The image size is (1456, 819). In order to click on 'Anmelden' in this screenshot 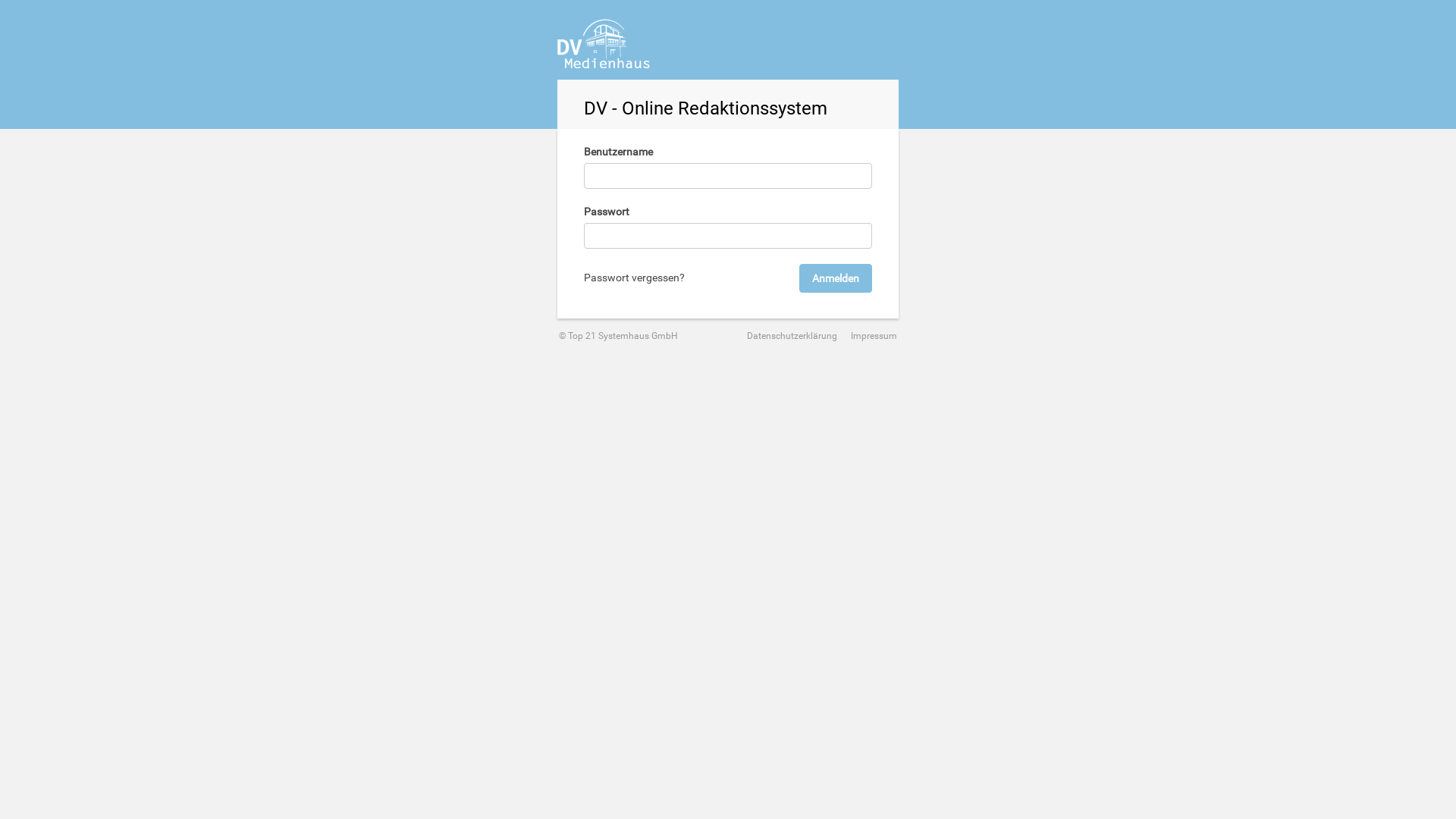, I will do `click(835, 278)`.